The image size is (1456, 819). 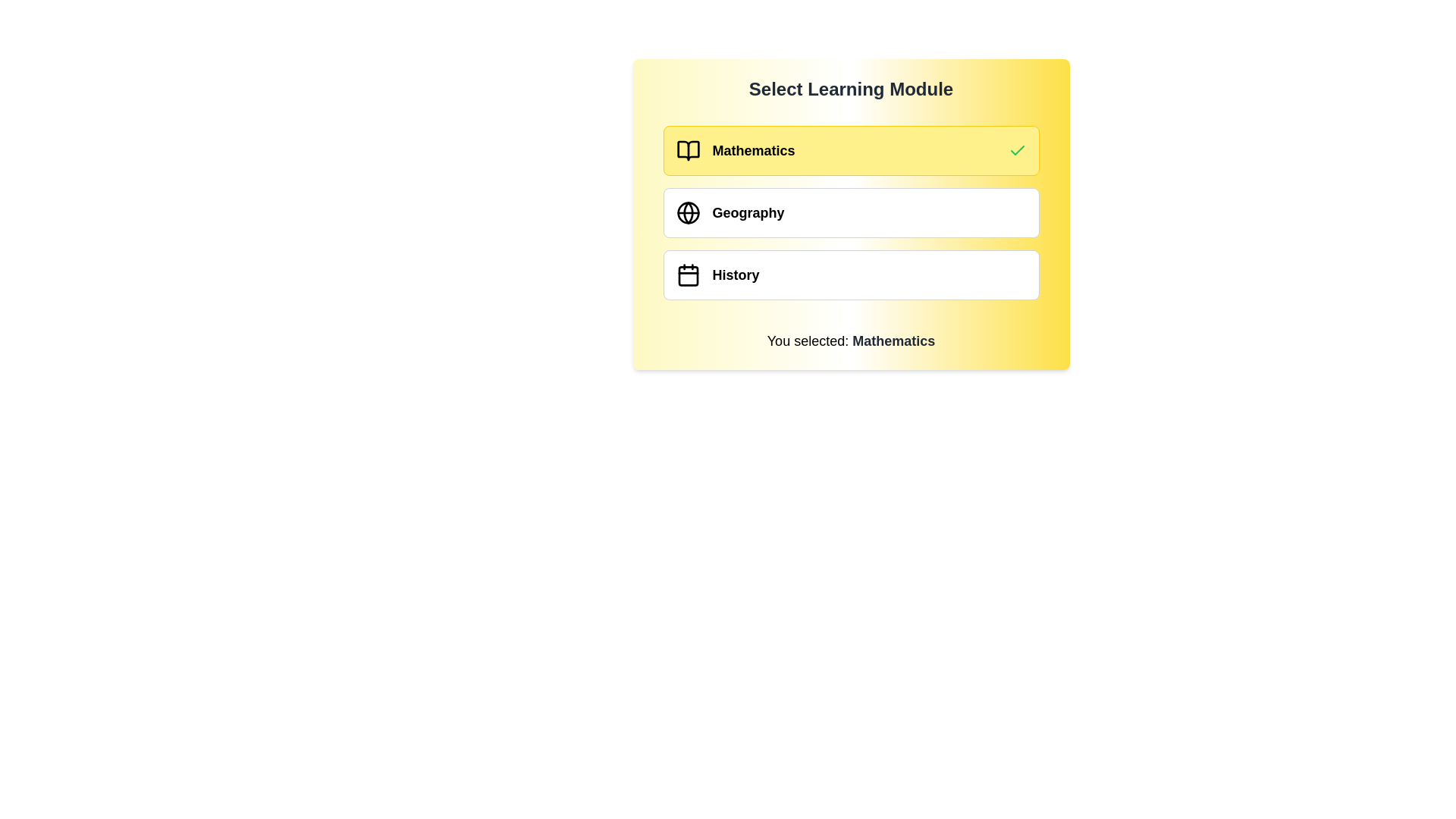 I want to click on the 'Mathematics' text label which is displayed in a bold font within a yellow-highlighted card, located between an open book icon and a green check mark icon, so click(x=753, y=151).